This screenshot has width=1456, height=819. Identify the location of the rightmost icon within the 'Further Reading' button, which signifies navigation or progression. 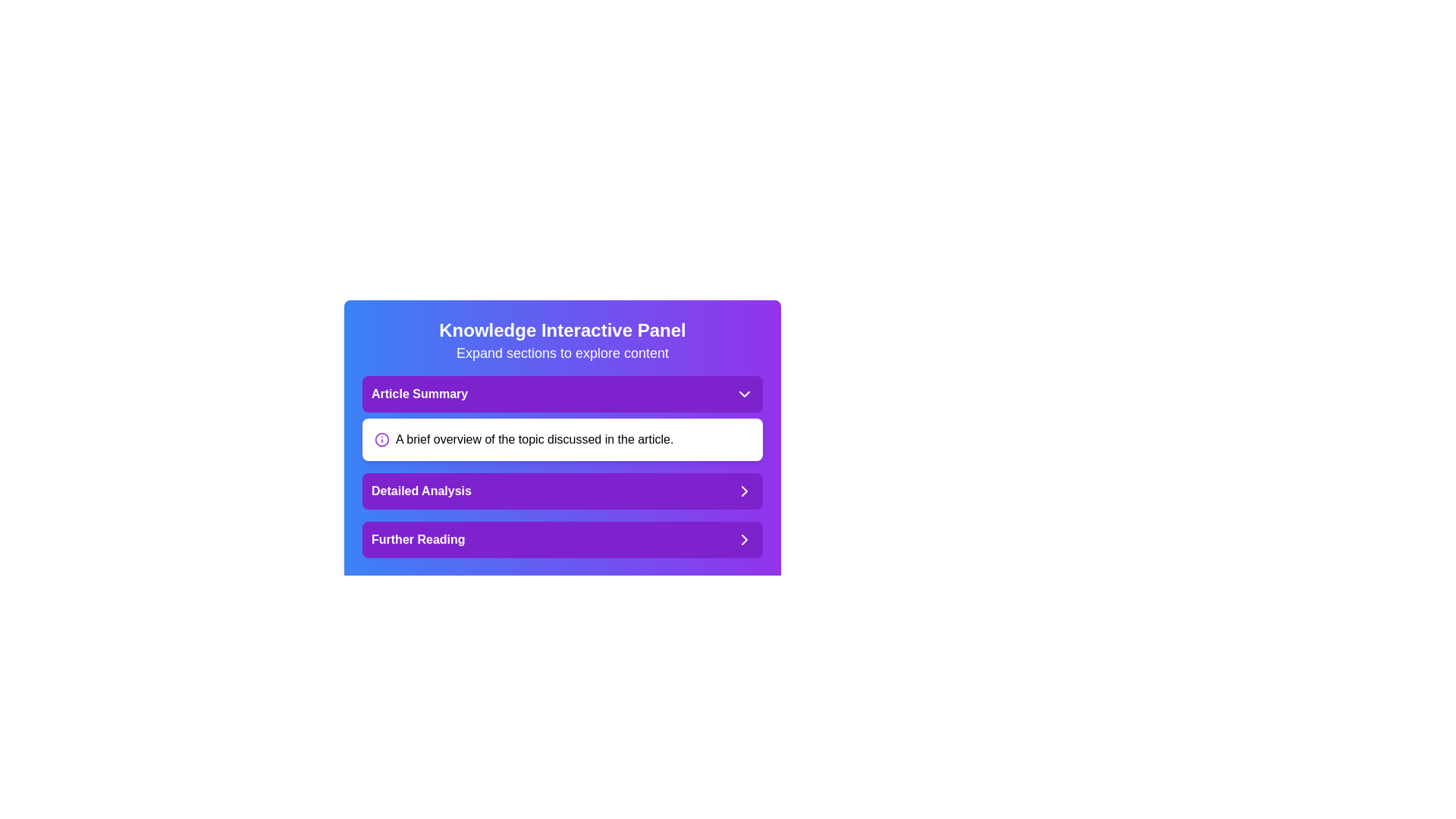
(745, 539).